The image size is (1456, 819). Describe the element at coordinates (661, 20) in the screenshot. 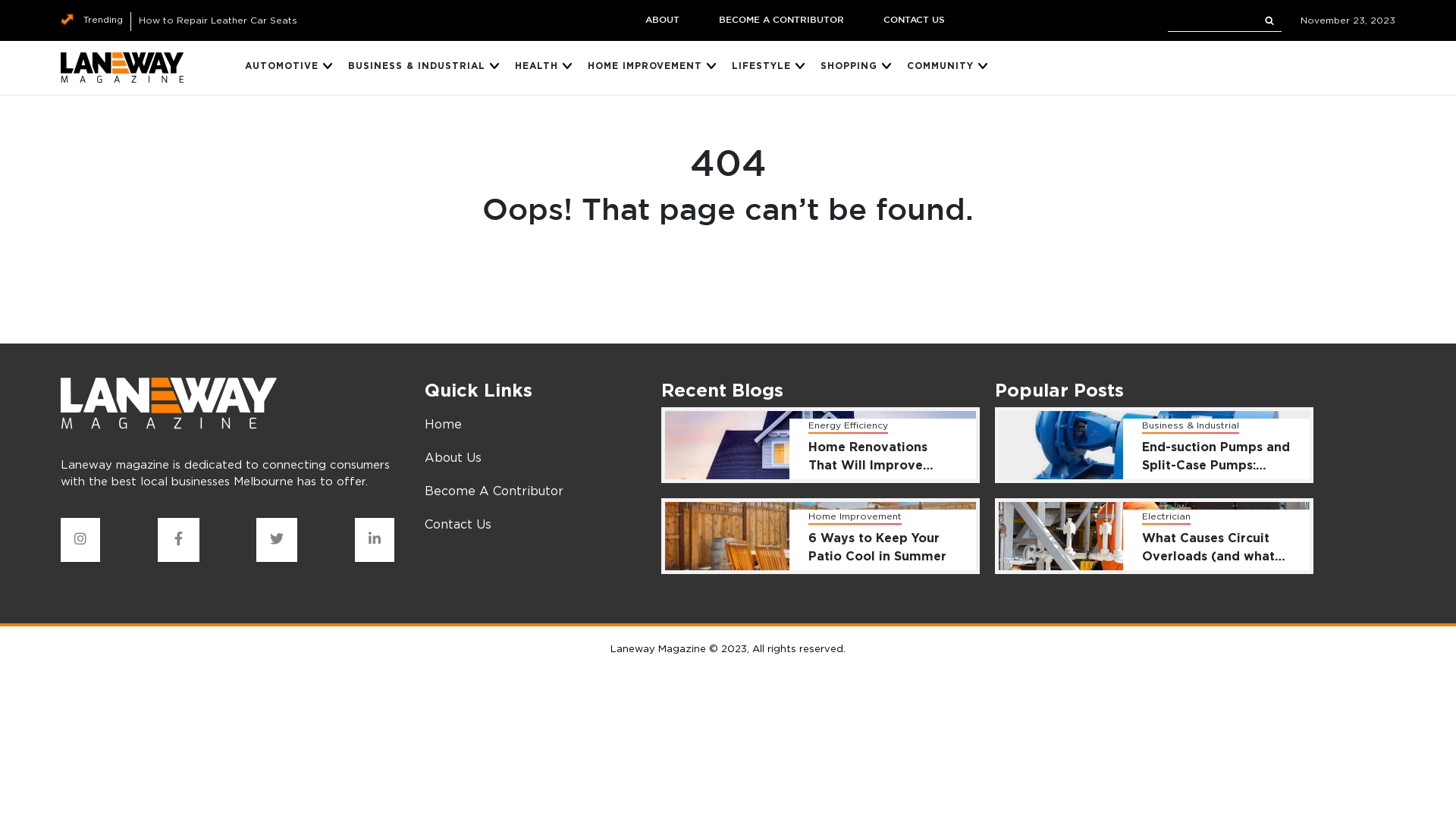

I see `'ABOUT'` at that location.